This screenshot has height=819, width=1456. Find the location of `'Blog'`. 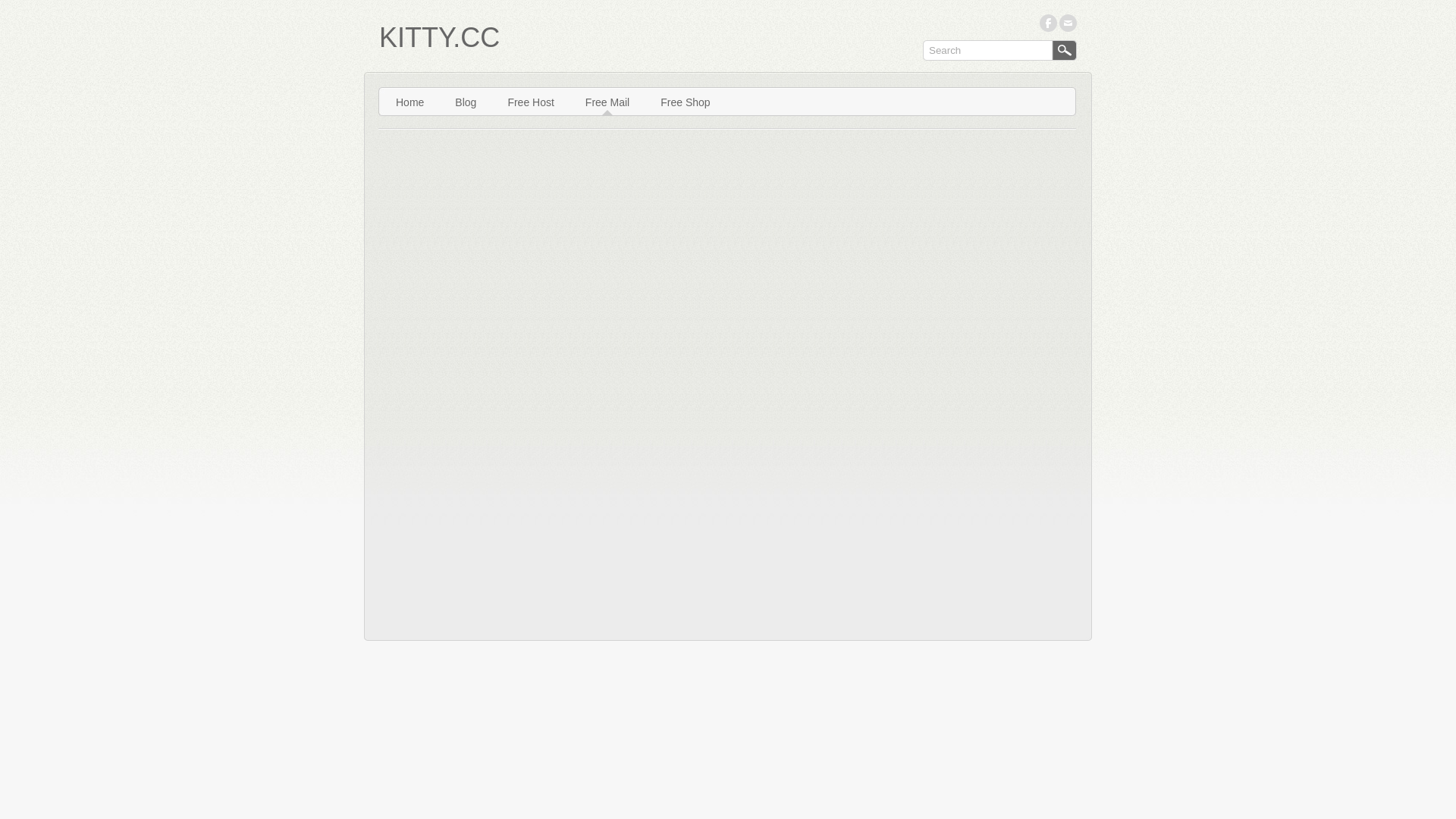

'Blog' is located at coordinates (465, 101).